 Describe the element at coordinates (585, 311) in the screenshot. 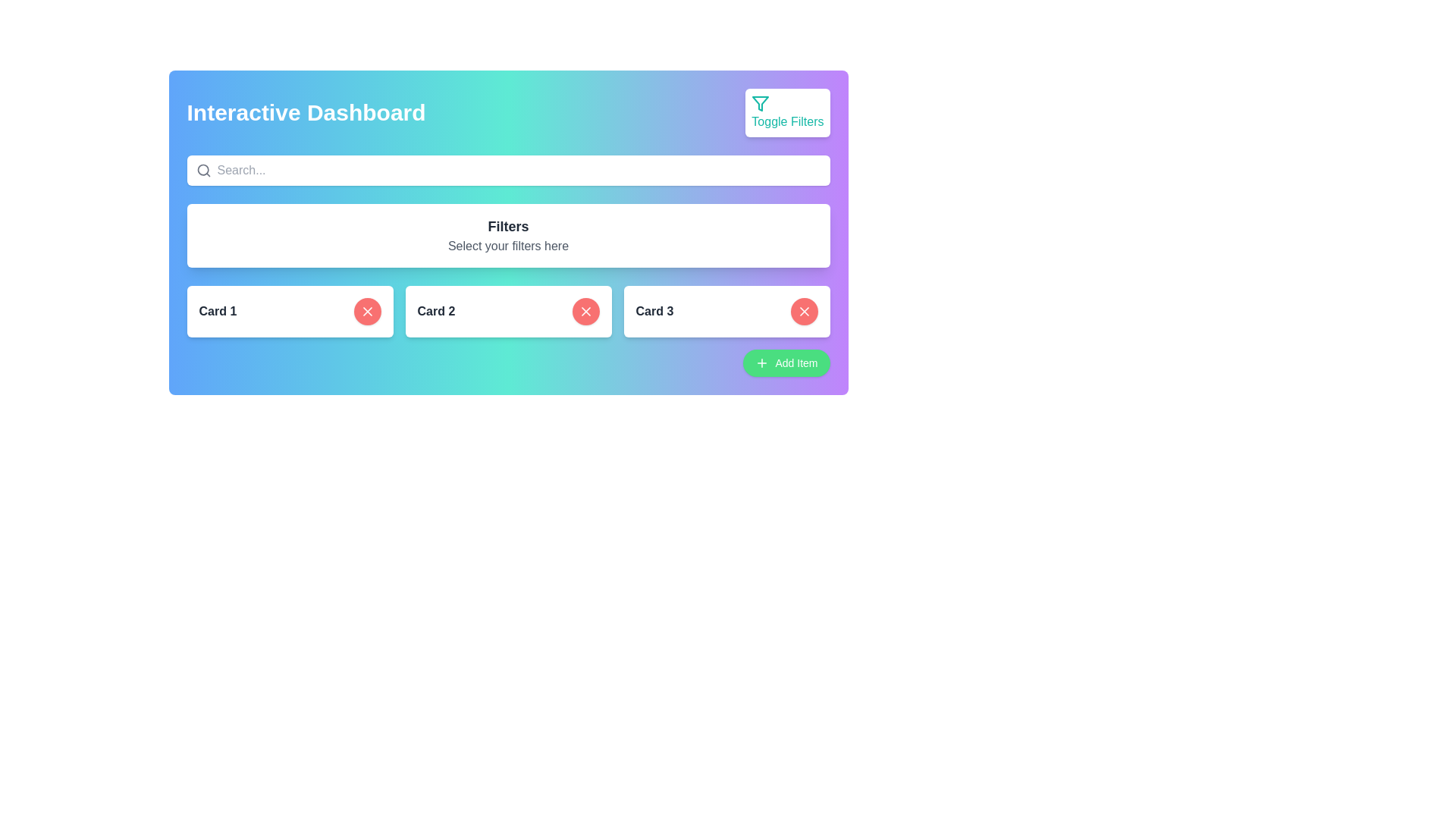

I see `the dismiss button located at the center-right area of the second card in a three-card layout` at that location.